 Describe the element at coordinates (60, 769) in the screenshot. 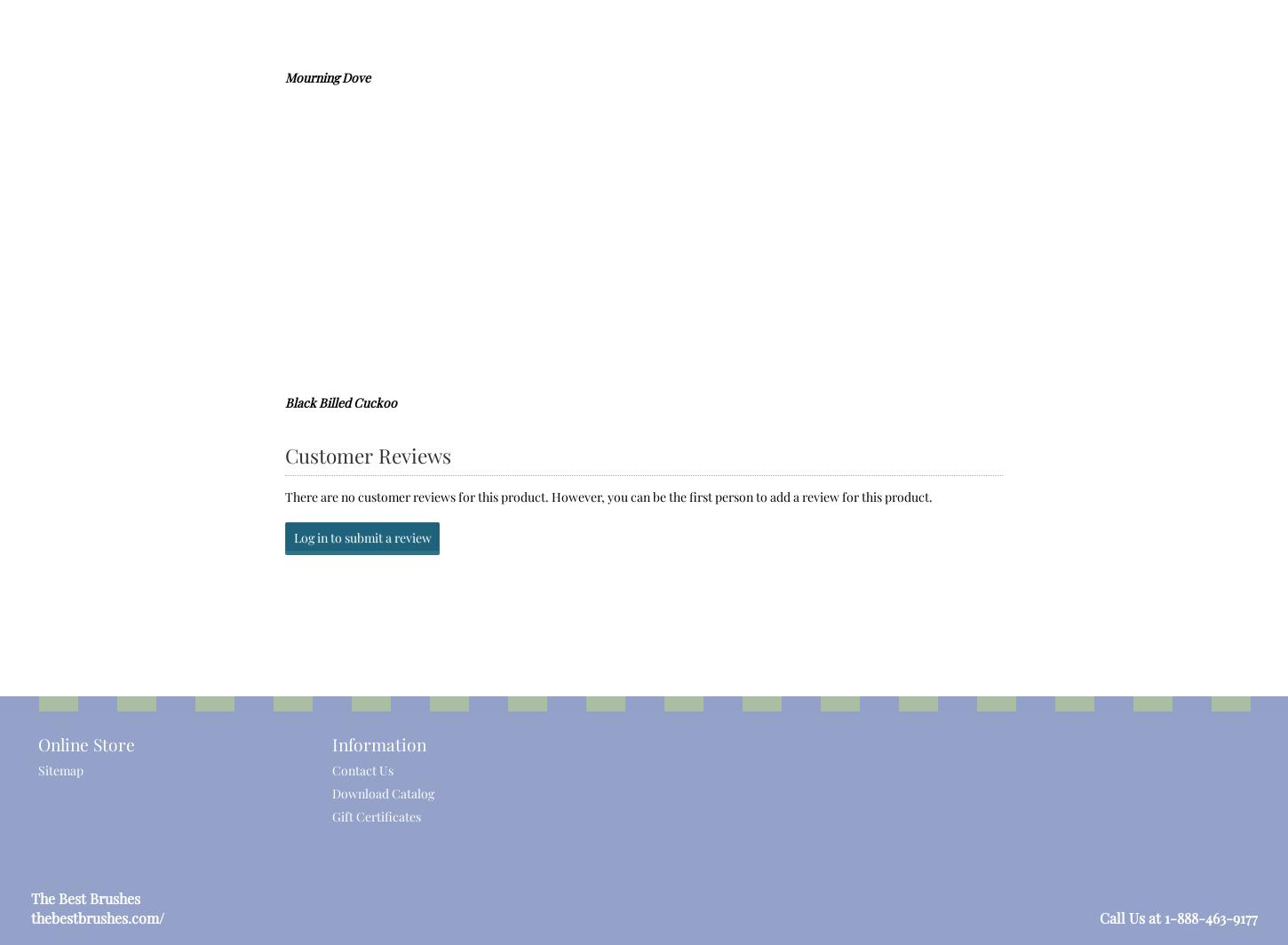

I see `'Sitemap'` at that location.